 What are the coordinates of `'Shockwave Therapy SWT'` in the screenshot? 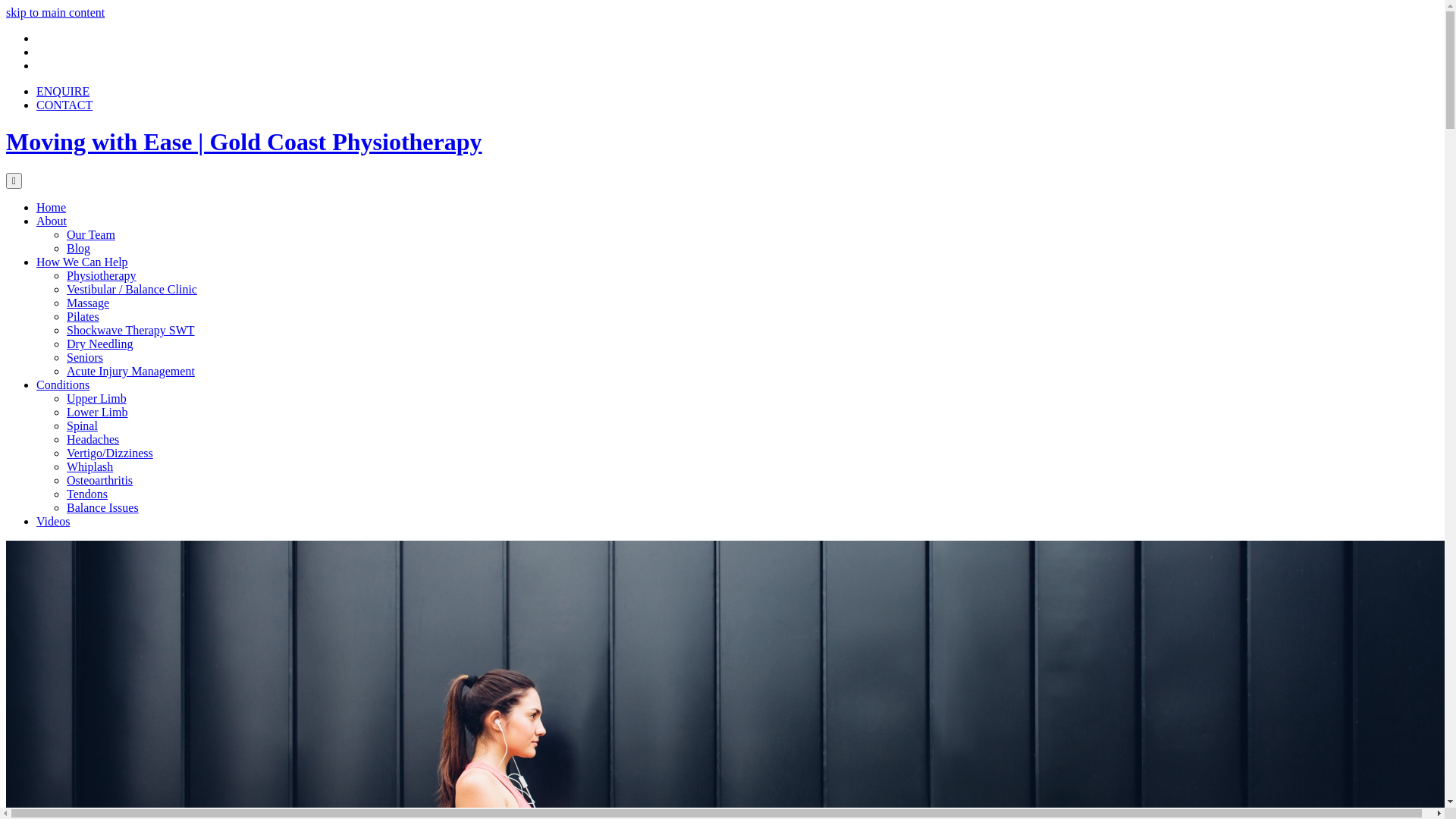 It's located at (130, 329).